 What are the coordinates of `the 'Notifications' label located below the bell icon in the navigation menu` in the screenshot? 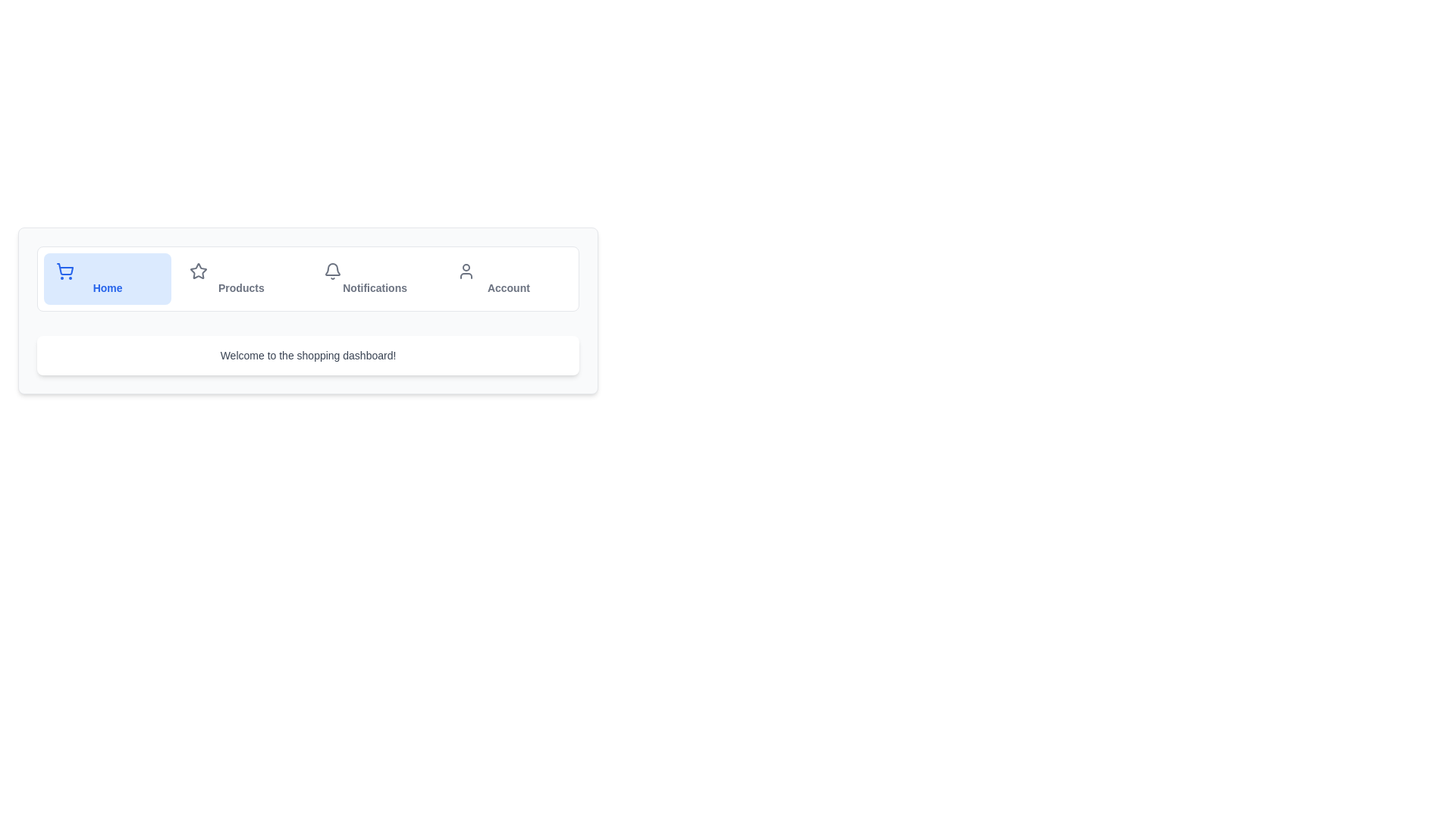 It's located at (375, 288).